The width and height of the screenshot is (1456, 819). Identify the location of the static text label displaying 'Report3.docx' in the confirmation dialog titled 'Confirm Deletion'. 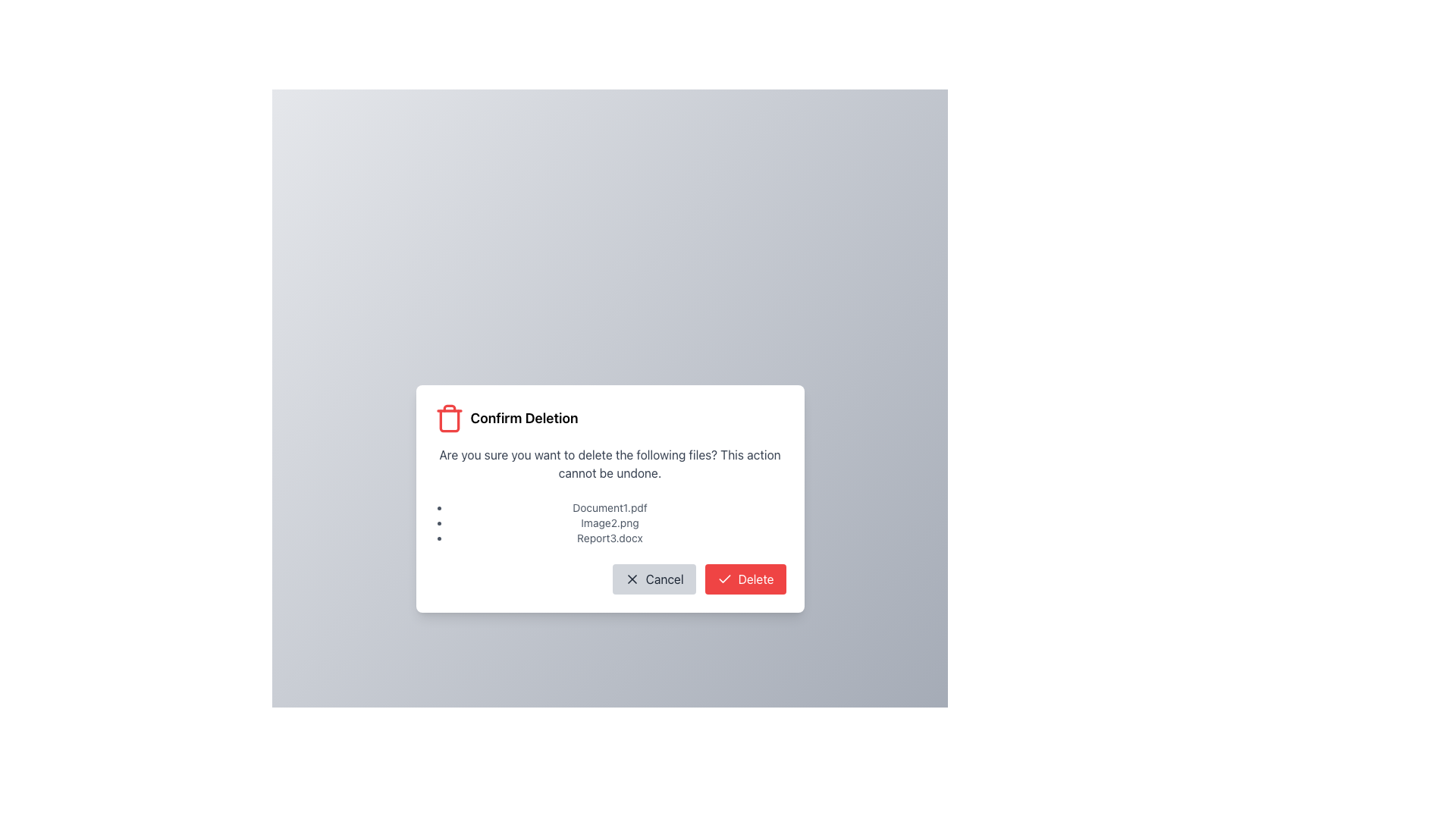
(610, 537).